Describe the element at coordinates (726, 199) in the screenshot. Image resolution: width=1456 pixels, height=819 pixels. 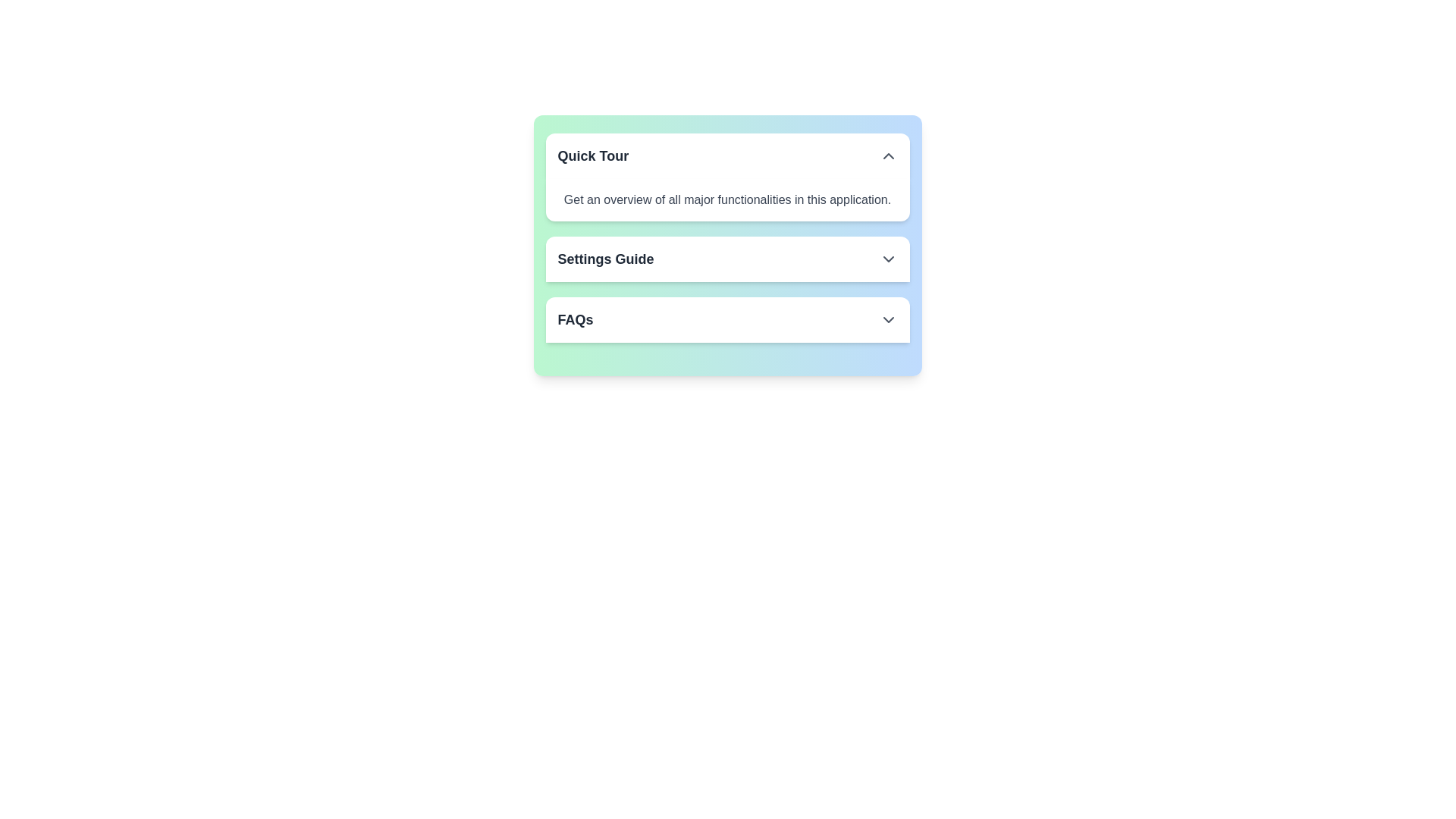
I see `the text label that reads 'Get an overview of all major functionalities in this application.' which is positioned directly below the title 'Quick Tour'` at that location.